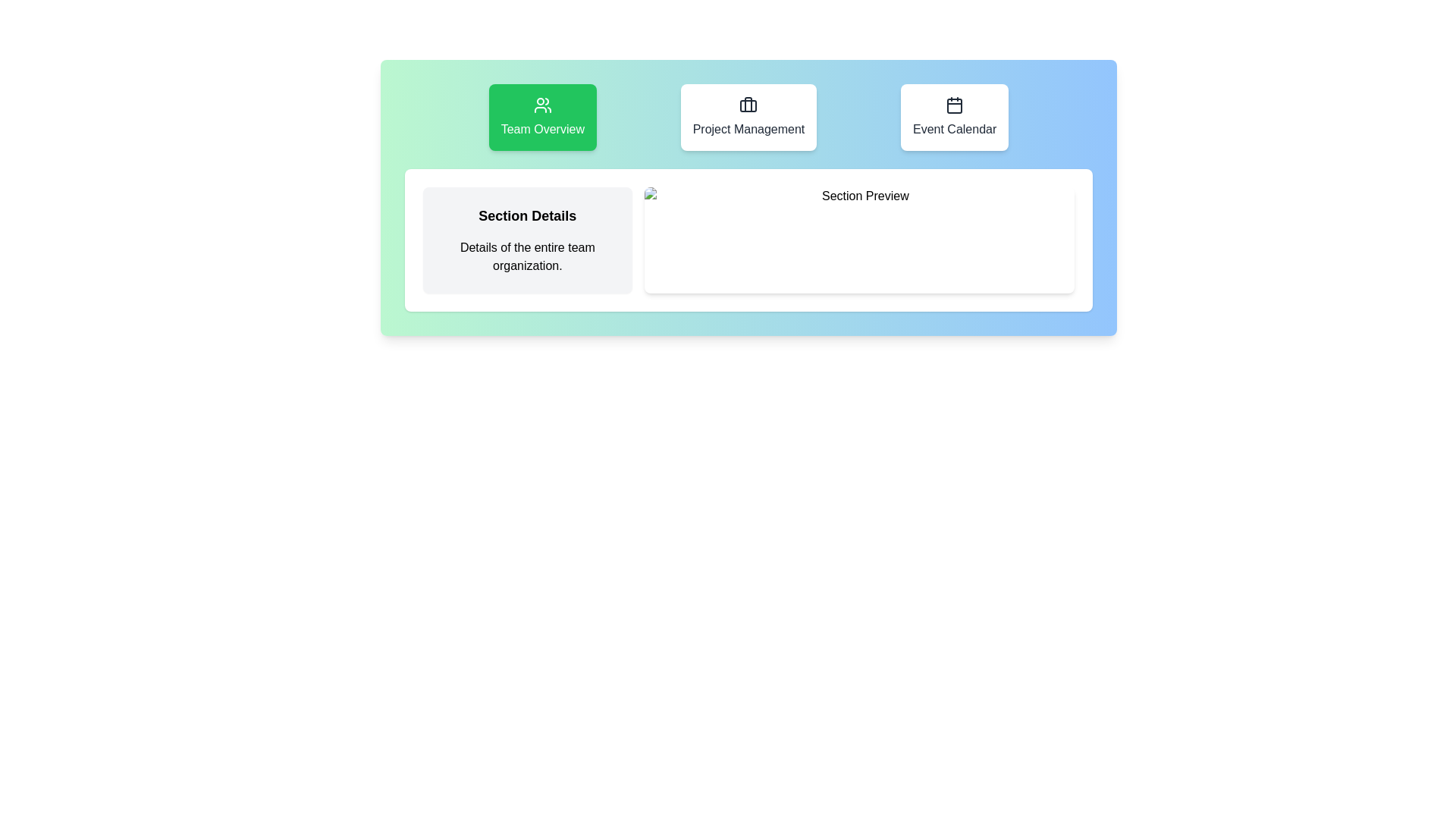 This screenshot has height=819, width=1456. Describe the element at coordinates (748, 116) in the screenshot. I see `the rectangular button with a white background and a briefcase icon labeled 'Project Management'` at that location.